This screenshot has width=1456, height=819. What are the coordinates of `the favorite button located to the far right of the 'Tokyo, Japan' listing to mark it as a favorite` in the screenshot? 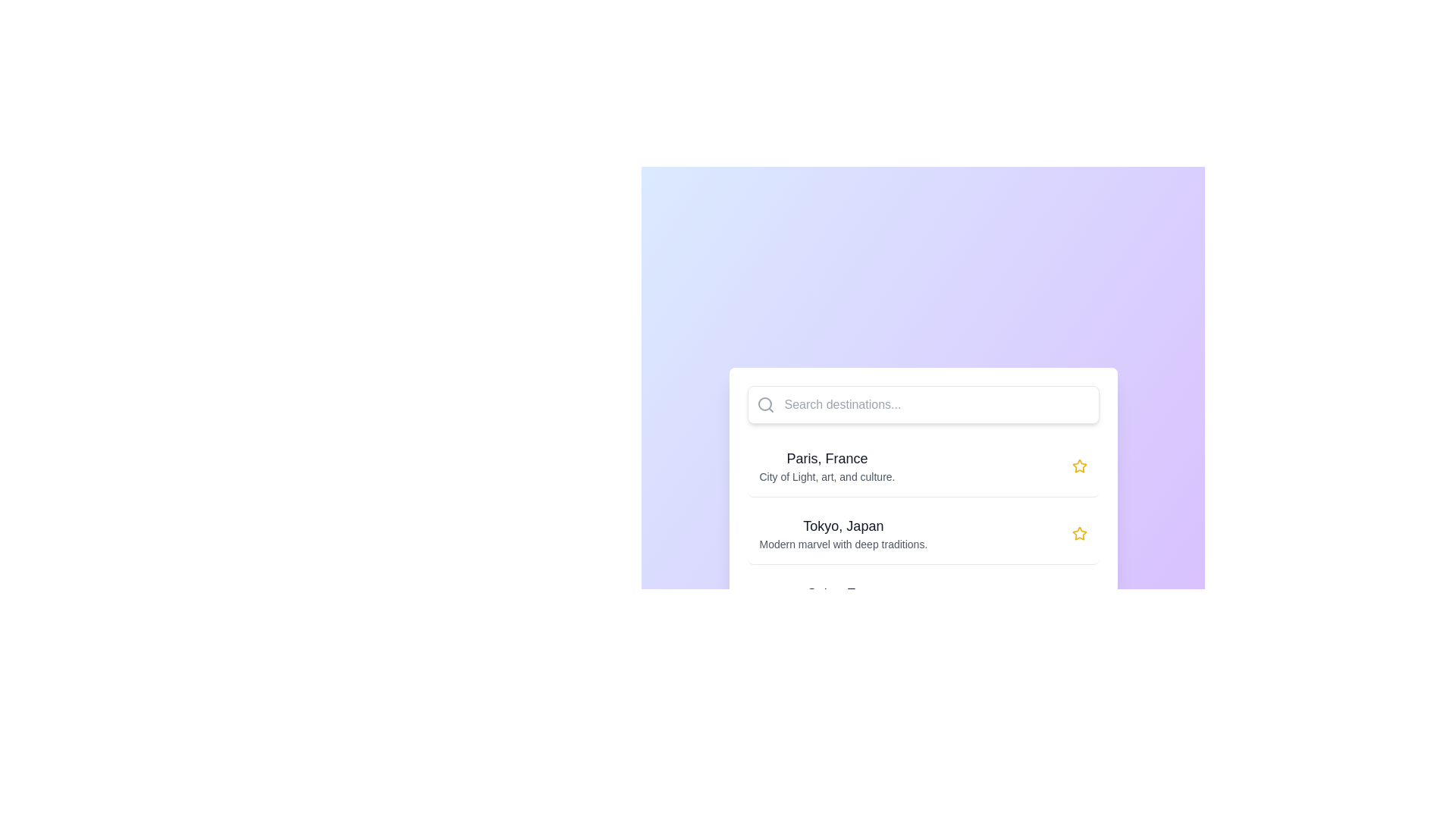 It's located at (1078, 532).